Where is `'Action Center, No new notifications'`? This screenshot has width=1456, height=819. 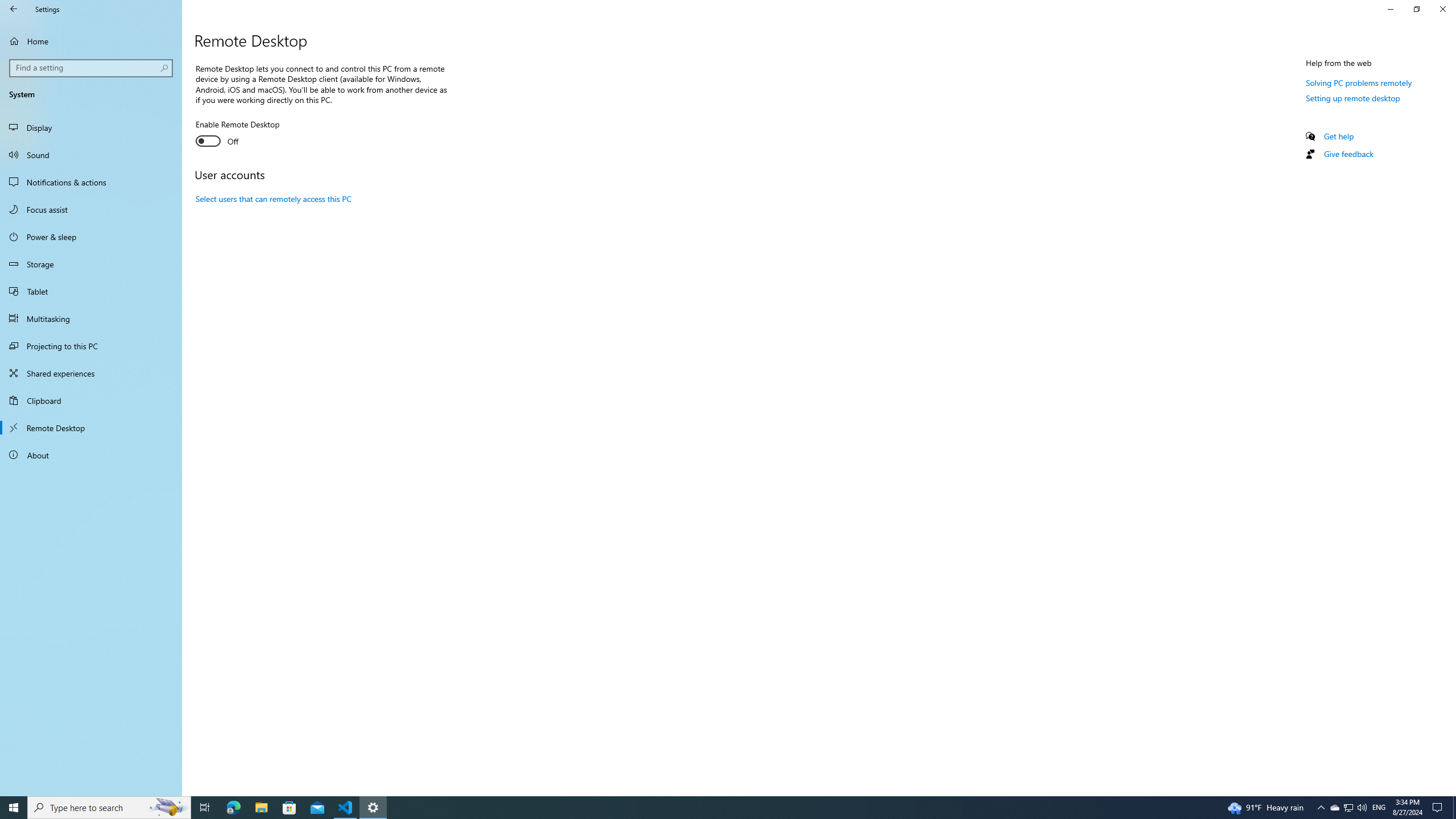
'Action Center, No new notifications' is located at coordinates (1439, 806).